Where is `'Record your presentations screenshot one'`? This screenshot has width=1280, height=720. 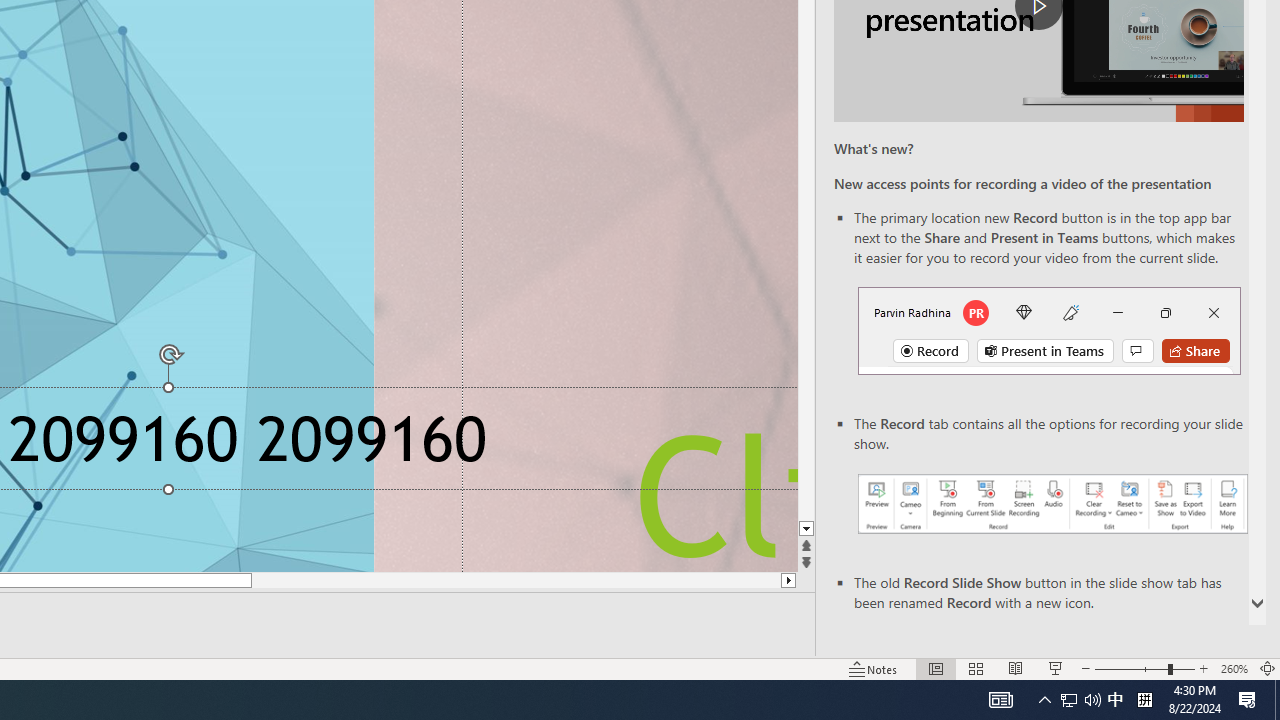 'Record your presentations screenshot one' is located at coordinates (1051, 502).